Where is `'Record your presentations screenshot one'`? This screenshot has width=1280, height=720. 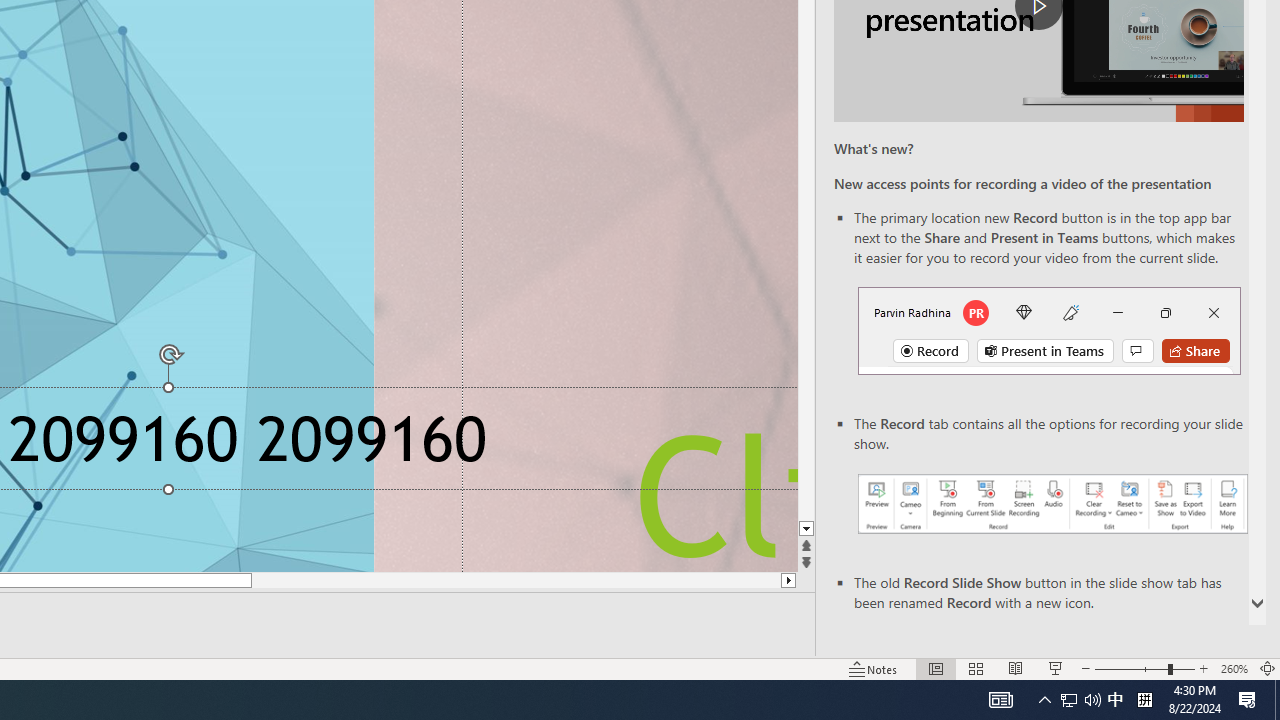 'Record your presentations screenshot one' is located at coordinates (1051, 502).